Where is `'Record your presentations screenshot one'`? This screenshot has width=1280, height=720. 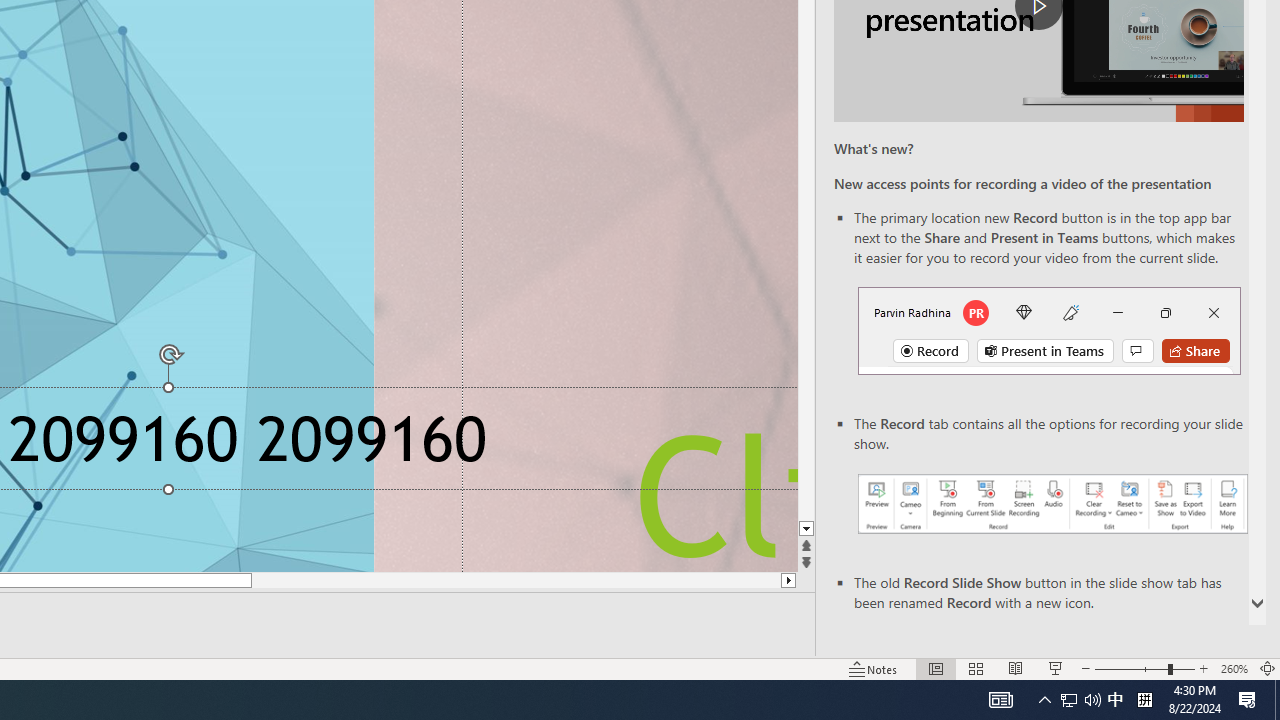 'Record your presentations screenshot one' is located at coordinates (1051, 502).